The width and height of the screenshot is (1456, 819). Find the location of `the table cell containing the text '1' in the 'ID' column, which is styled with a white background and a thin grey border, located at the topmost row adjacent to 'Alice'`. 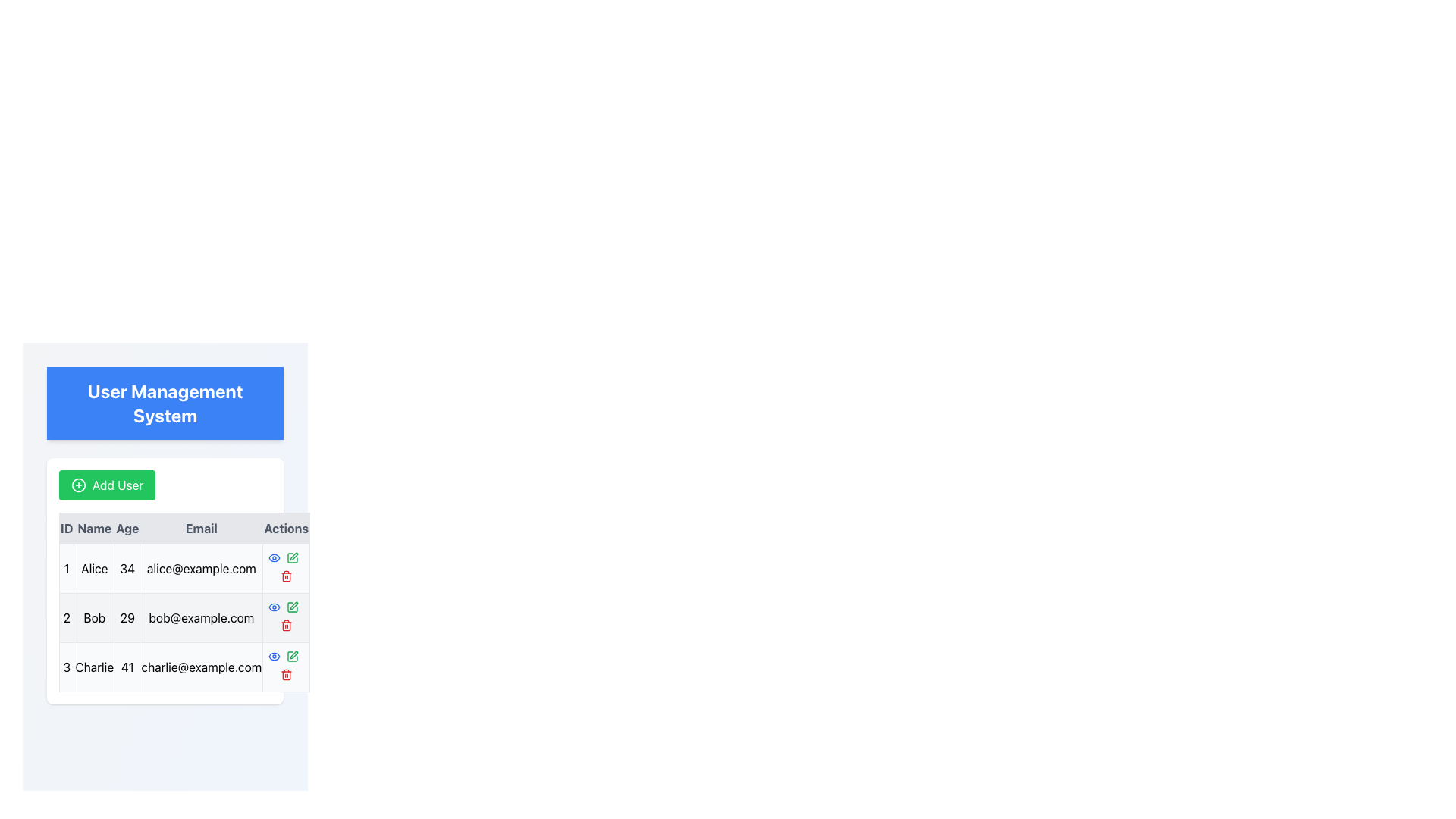

the table cell containing the text '1' in the 'ID' column, which is styled with a white background and a thin grey border, located at the topmost row adjacent to 'Alice' is located at coordinates (66, 568).